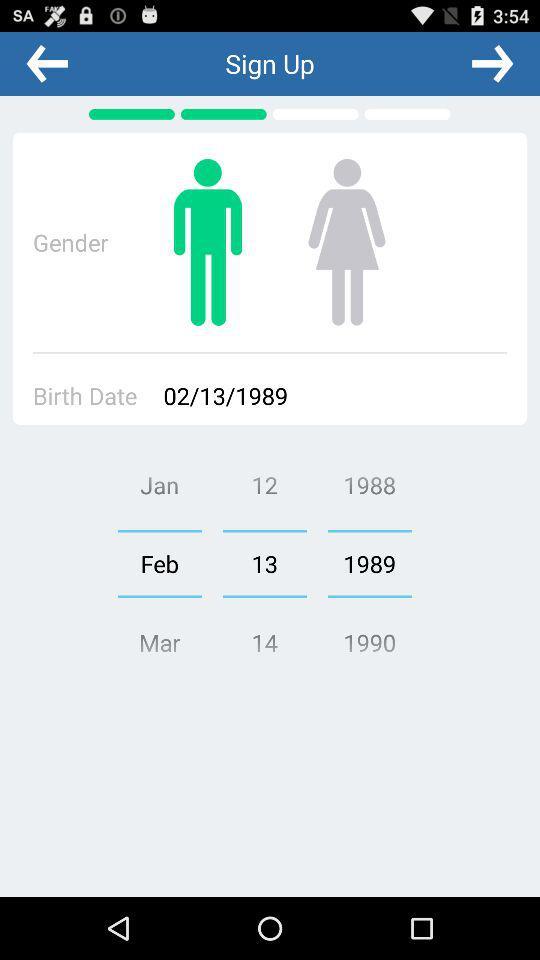  I want to click on the arrow_backward icon, so click(47, 68).